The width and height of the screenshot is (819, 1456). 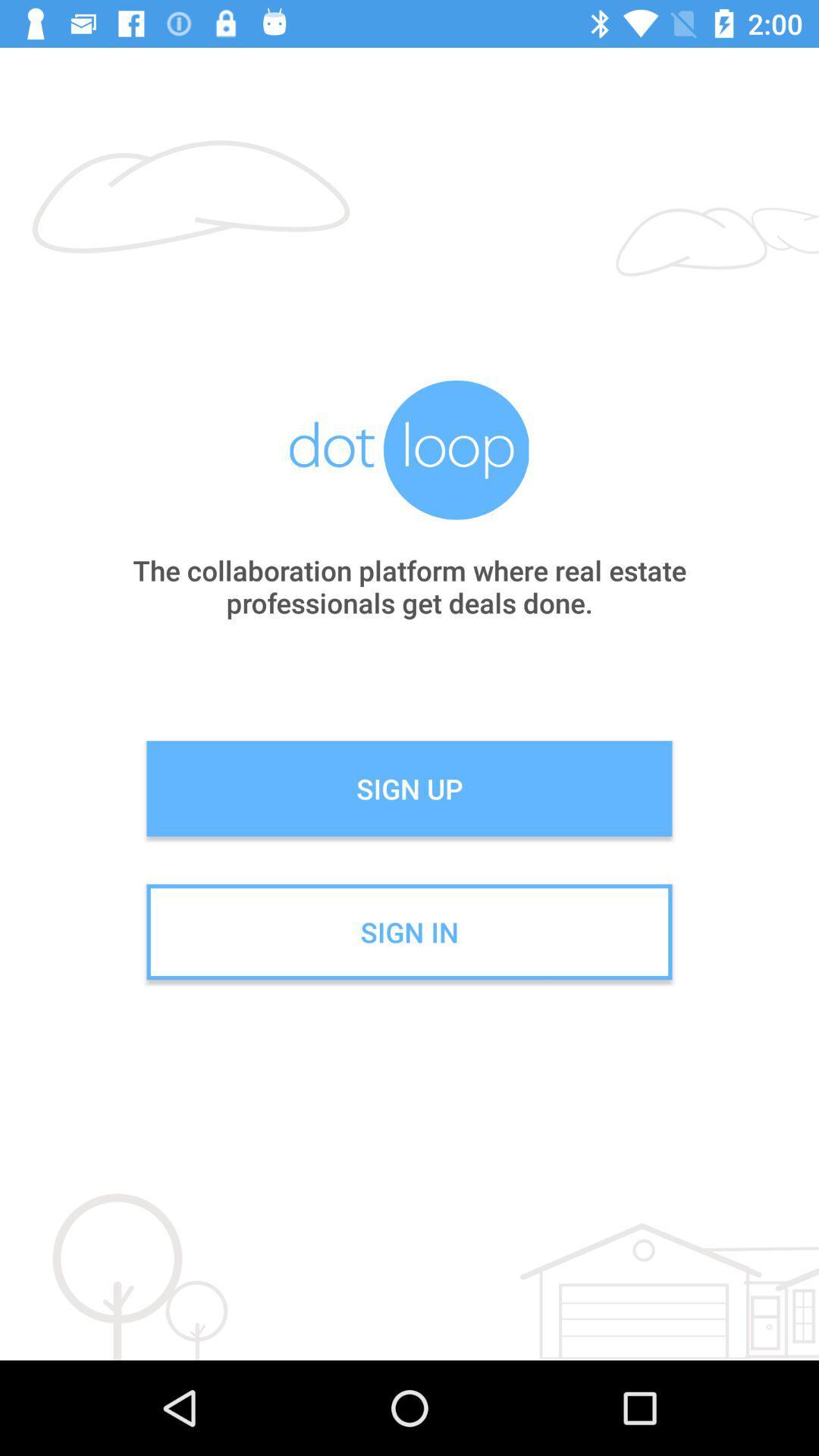 I want to click on sign up item, so click(x=409, y=789).